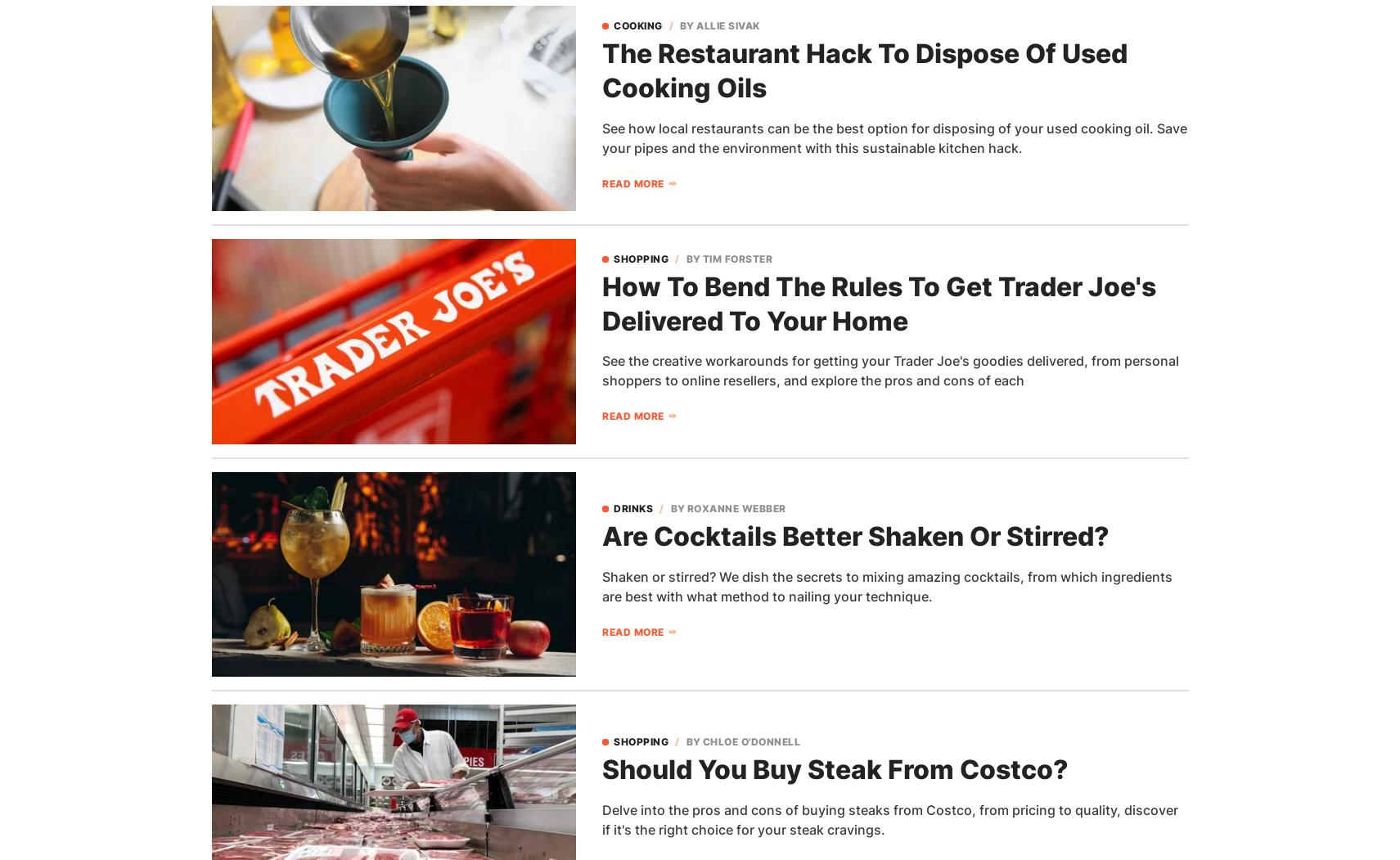  Describe the element at coordinates (632, 507) in the screenshot. I see `'Drinks'` at that location.